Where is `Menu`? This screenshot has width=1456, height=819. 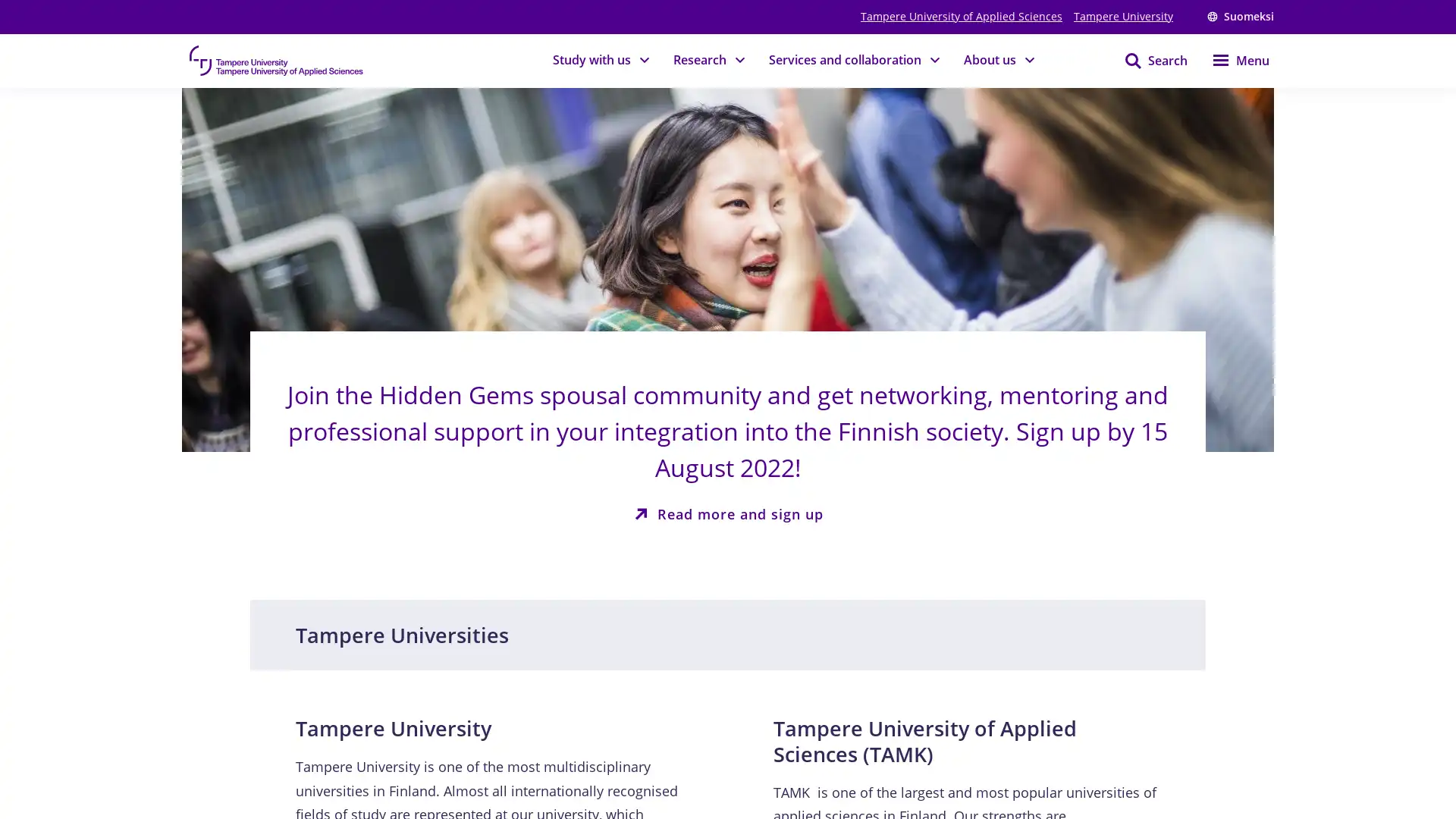 Menu is located at coordinates (1241, 60).